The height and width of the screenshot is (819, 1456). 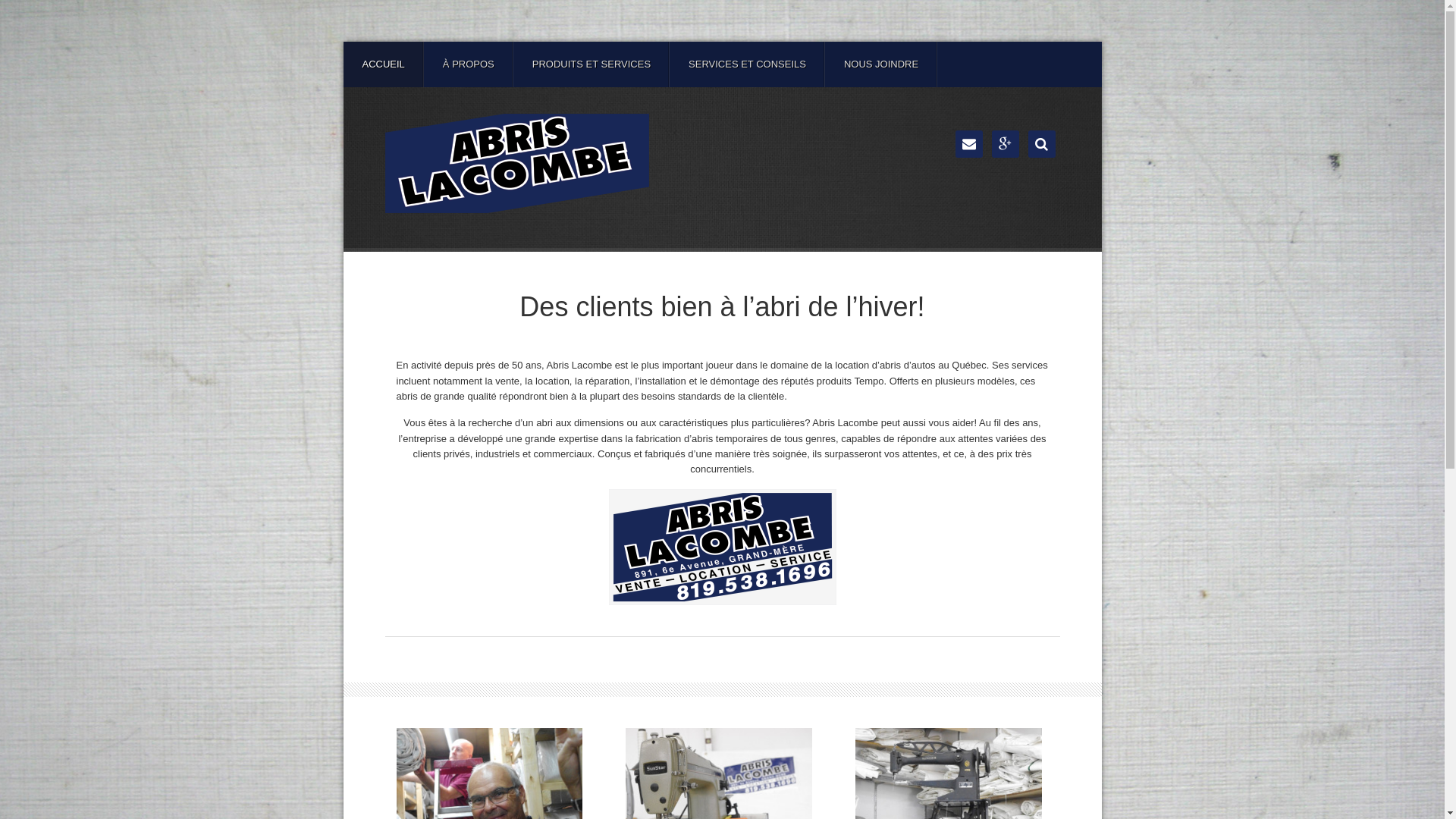 I want to click on 'Abris Lacombe', so click(x=516, y=163).